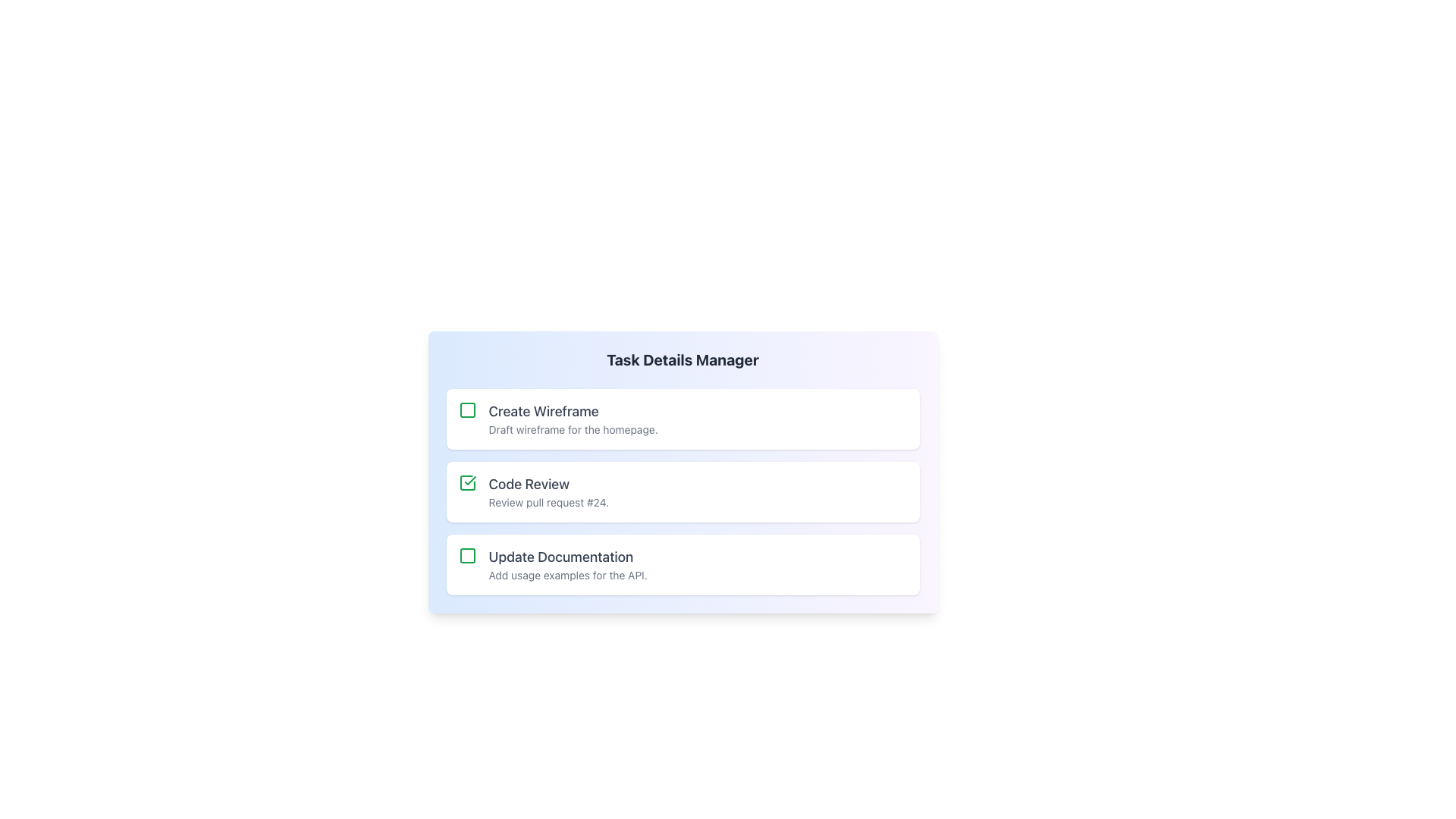 The width and height of the screenshot is (1456, 819). What do you see at coordinates (573, 430) in the screenshot?
I see `the text label providing additional details about the 'Create Wireframe' task, located underneath the 'Create Wireframe' text in the 'Task Details Manager' section` at bounding box center [573, 430].